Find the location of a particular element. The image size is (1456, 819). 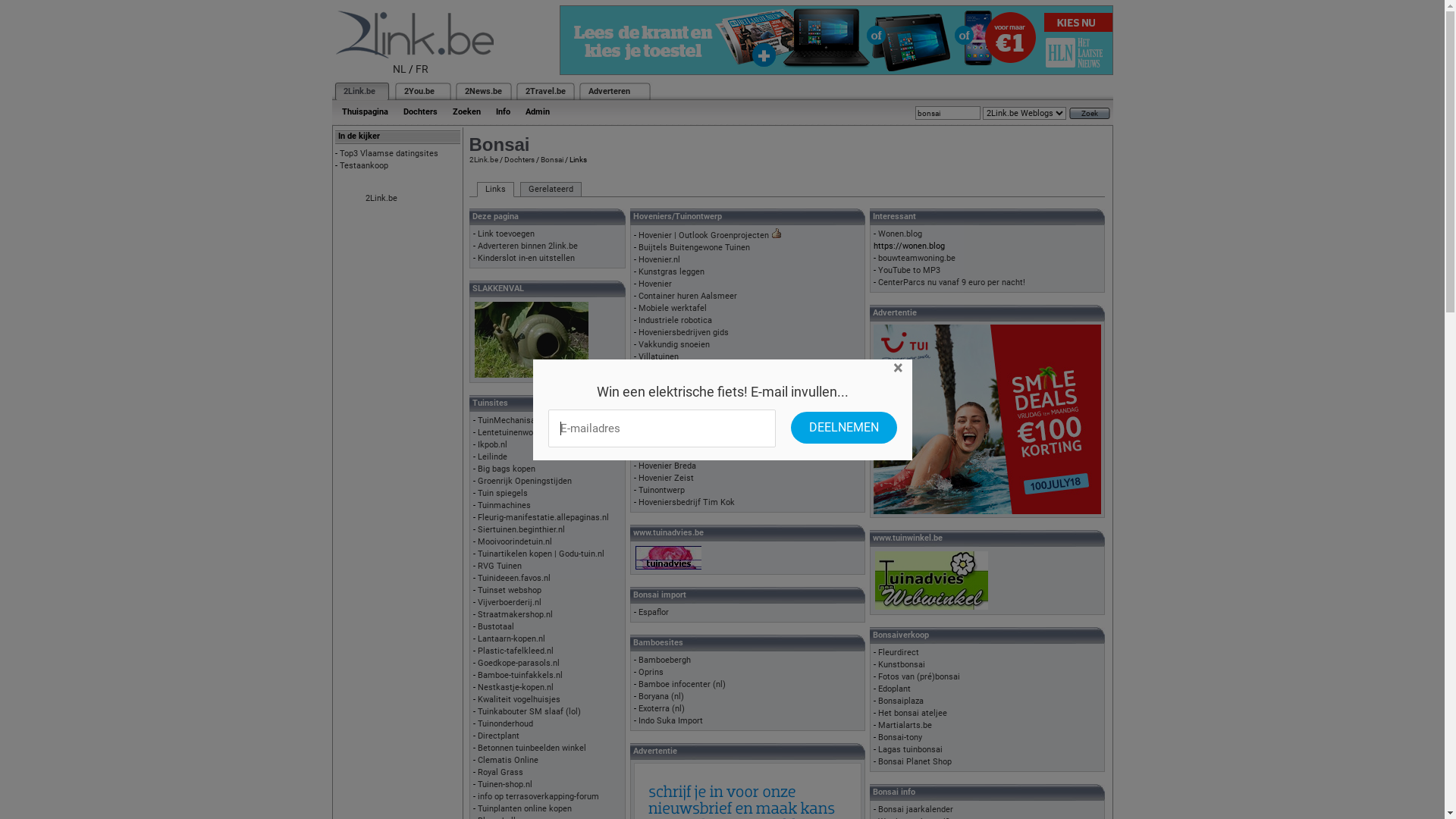

'Clematis Online' is located at coordinates (508, 760).